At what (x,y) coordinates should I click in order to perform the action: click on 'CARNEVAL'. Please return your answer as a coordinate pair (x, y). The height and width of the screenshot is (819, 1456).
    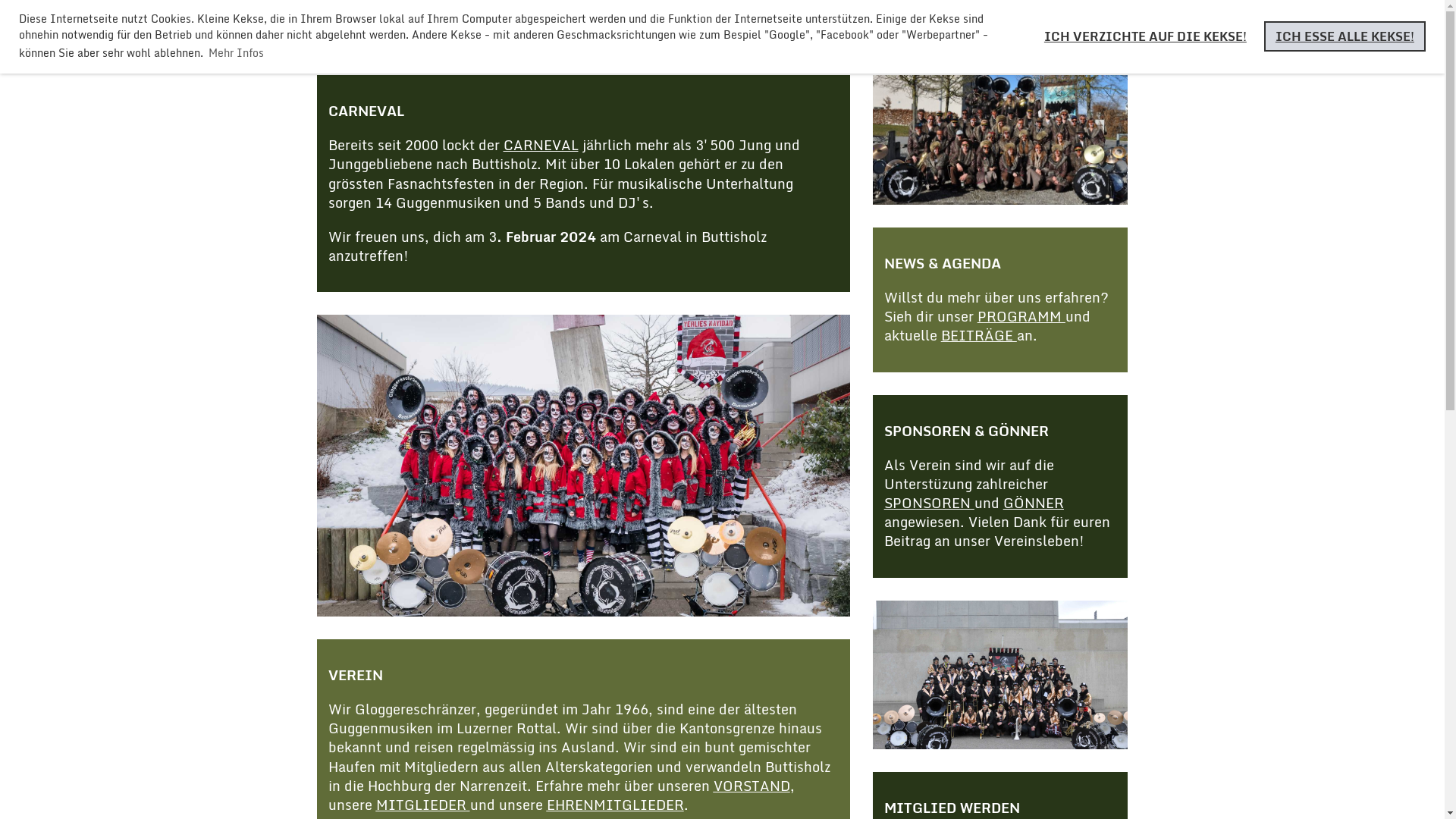
    Looking at the image, I should click on (541, 145).